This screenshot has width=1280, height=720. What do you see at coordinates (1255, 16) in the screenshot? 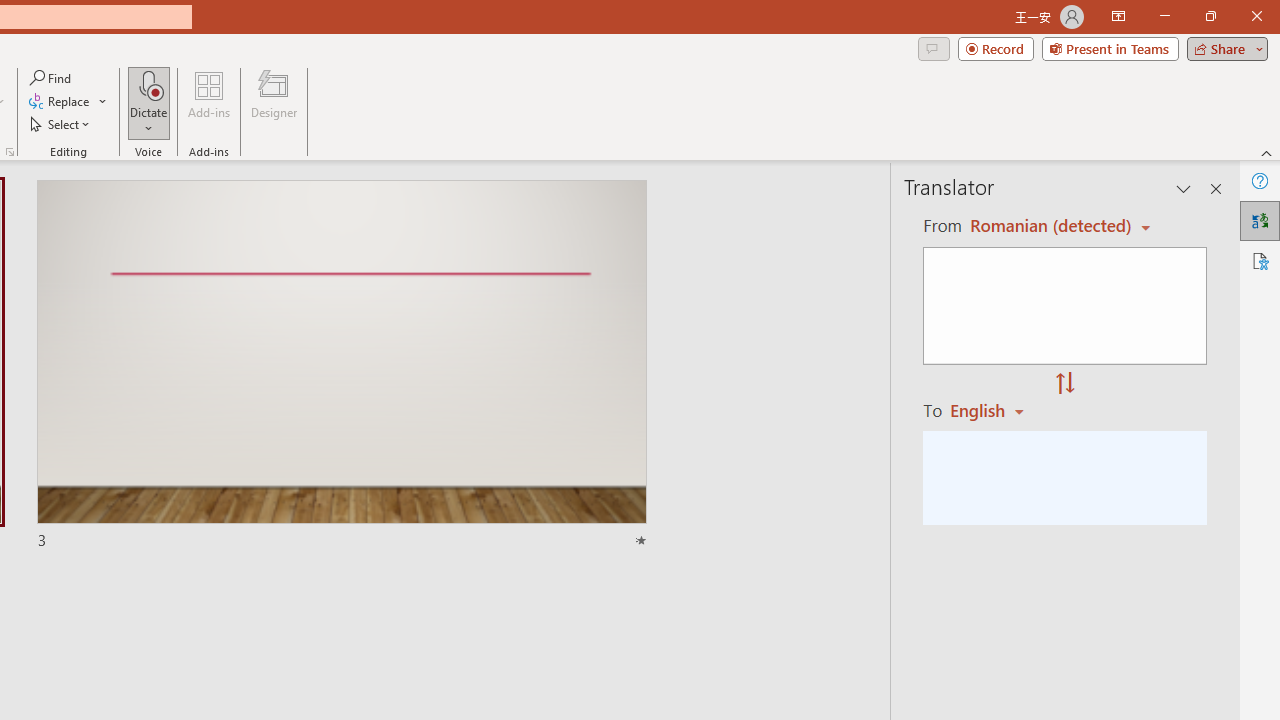
I see `'Close'` at bounding box center [1255, 16].